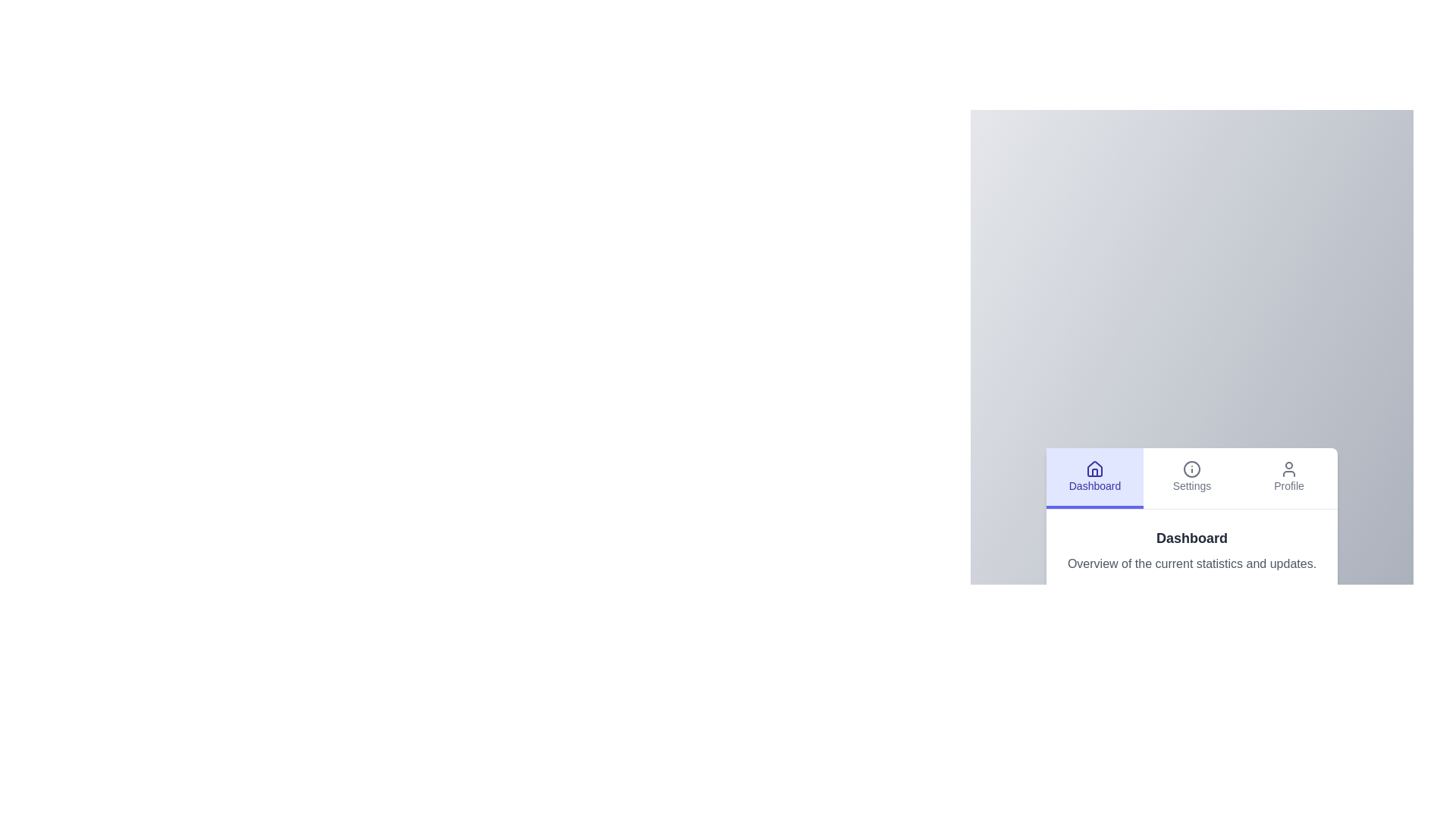 This screenshot has height=819, width=1456. I want to click on the tab labeled Profile to view its content, so click(1288, 475).